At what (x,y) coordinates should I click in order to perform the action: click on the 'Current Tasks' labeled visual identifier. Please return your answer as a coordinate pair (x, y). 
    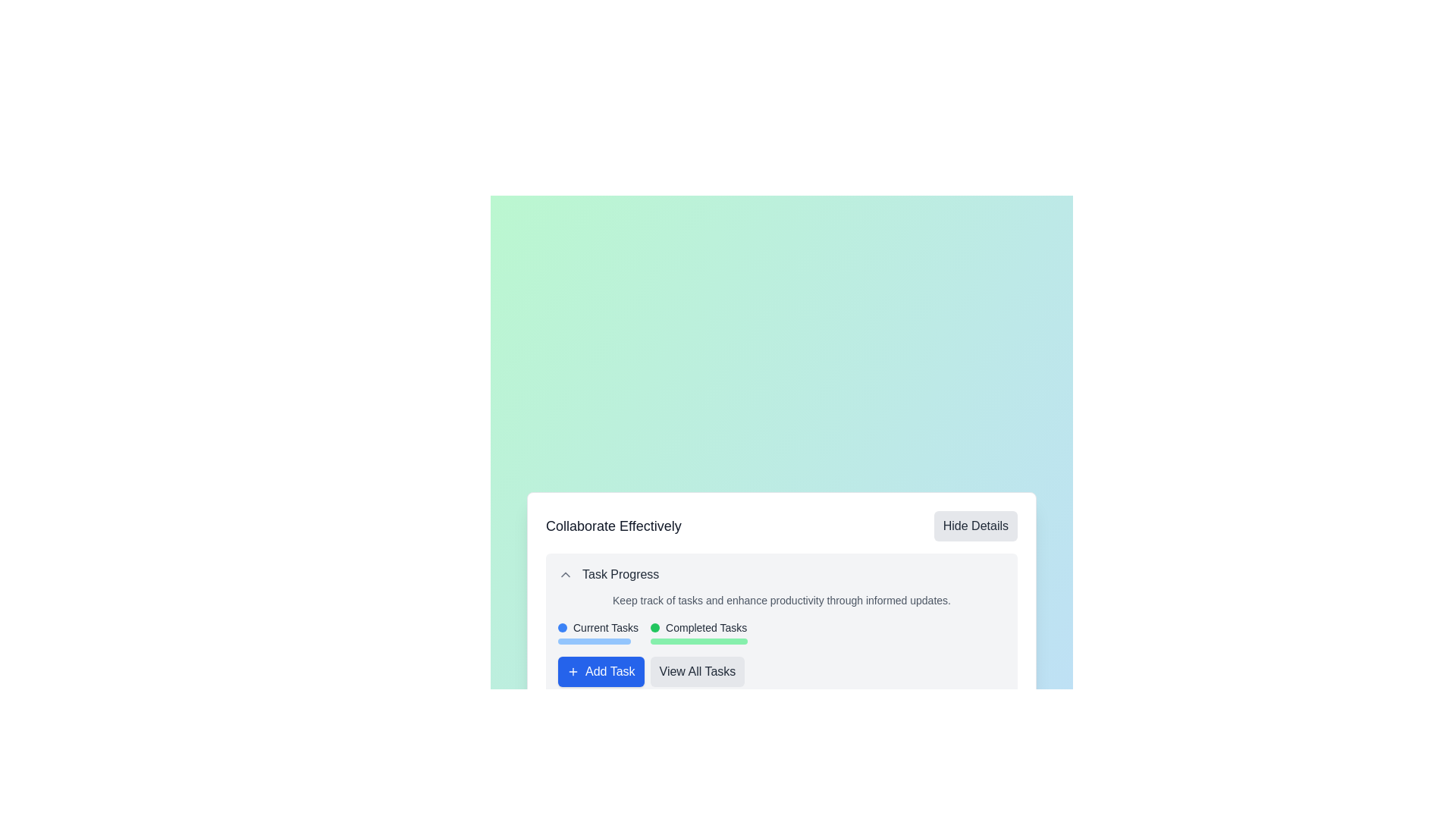
    Looking at the image, I should click on (598, 632).